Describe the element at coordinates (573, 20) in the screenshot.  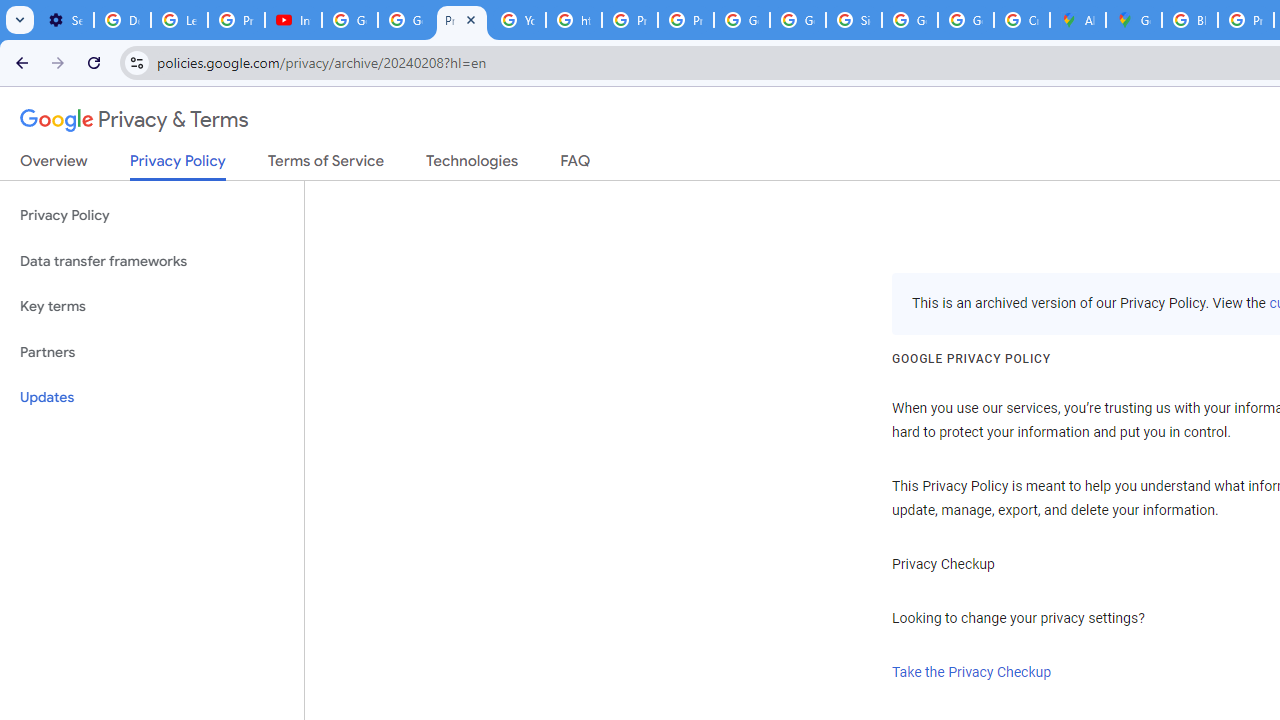
I see `'https://scholar.google.com/'` at that location.